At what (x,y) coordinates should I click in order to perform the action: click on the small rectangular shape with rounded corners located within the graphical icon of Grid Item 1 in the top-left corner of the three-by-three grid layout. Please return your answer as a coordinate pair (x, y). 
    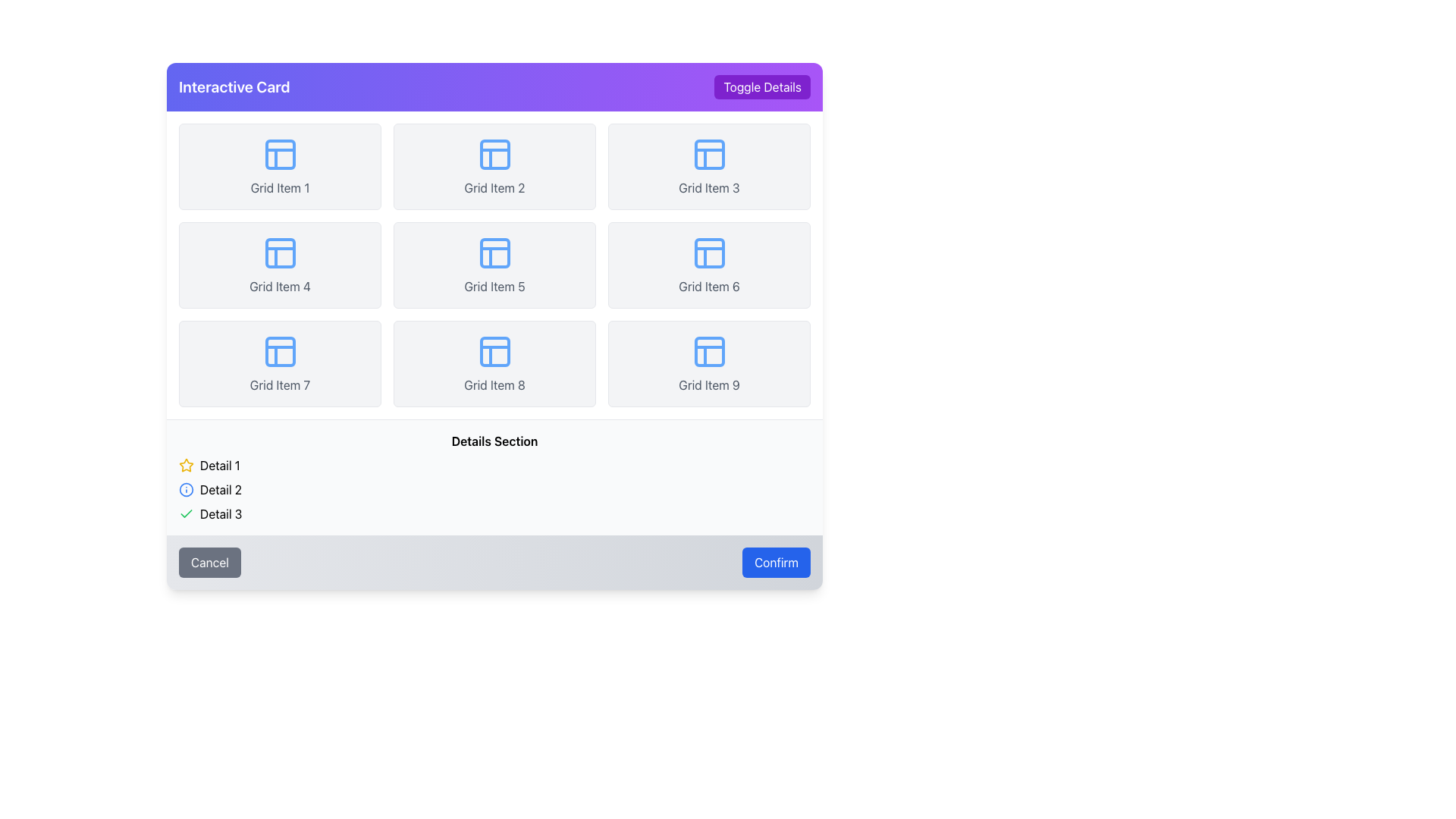
    Looking at the image, I should click on (280, 155).